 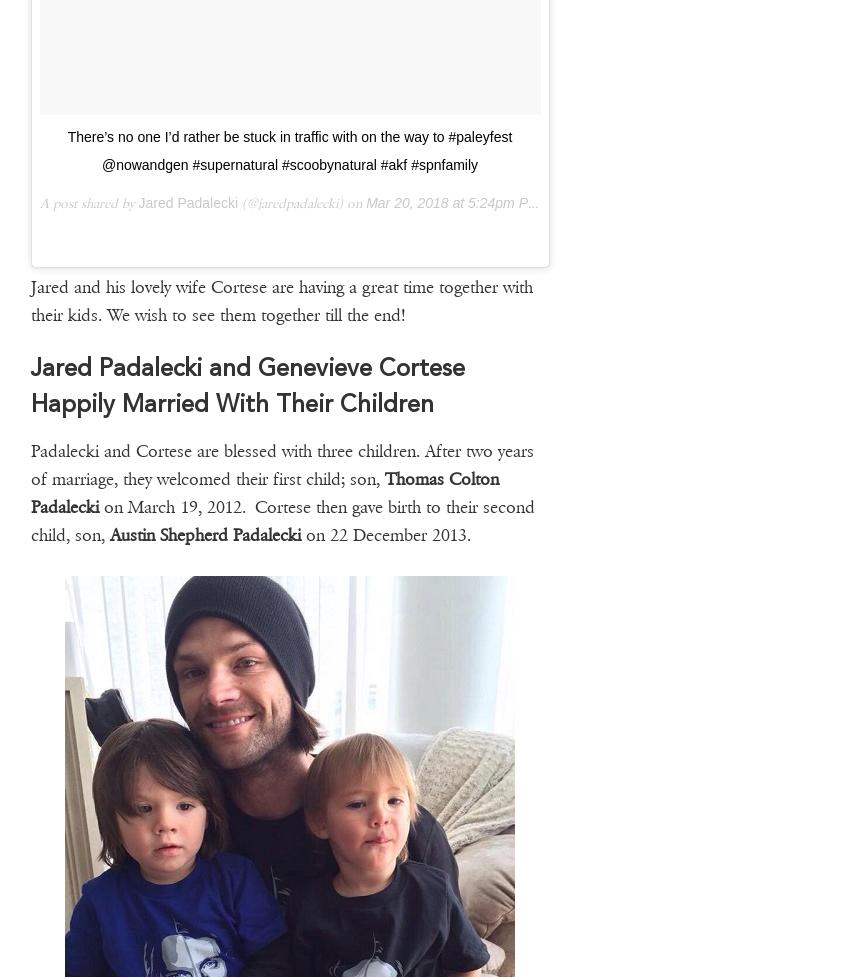 What do you see at coordinates (281, 519) in the screenshot?
I see `'on March 19, 2012. Cortese then gave birth to their second child, son,'` at bounding box center [281, 519].